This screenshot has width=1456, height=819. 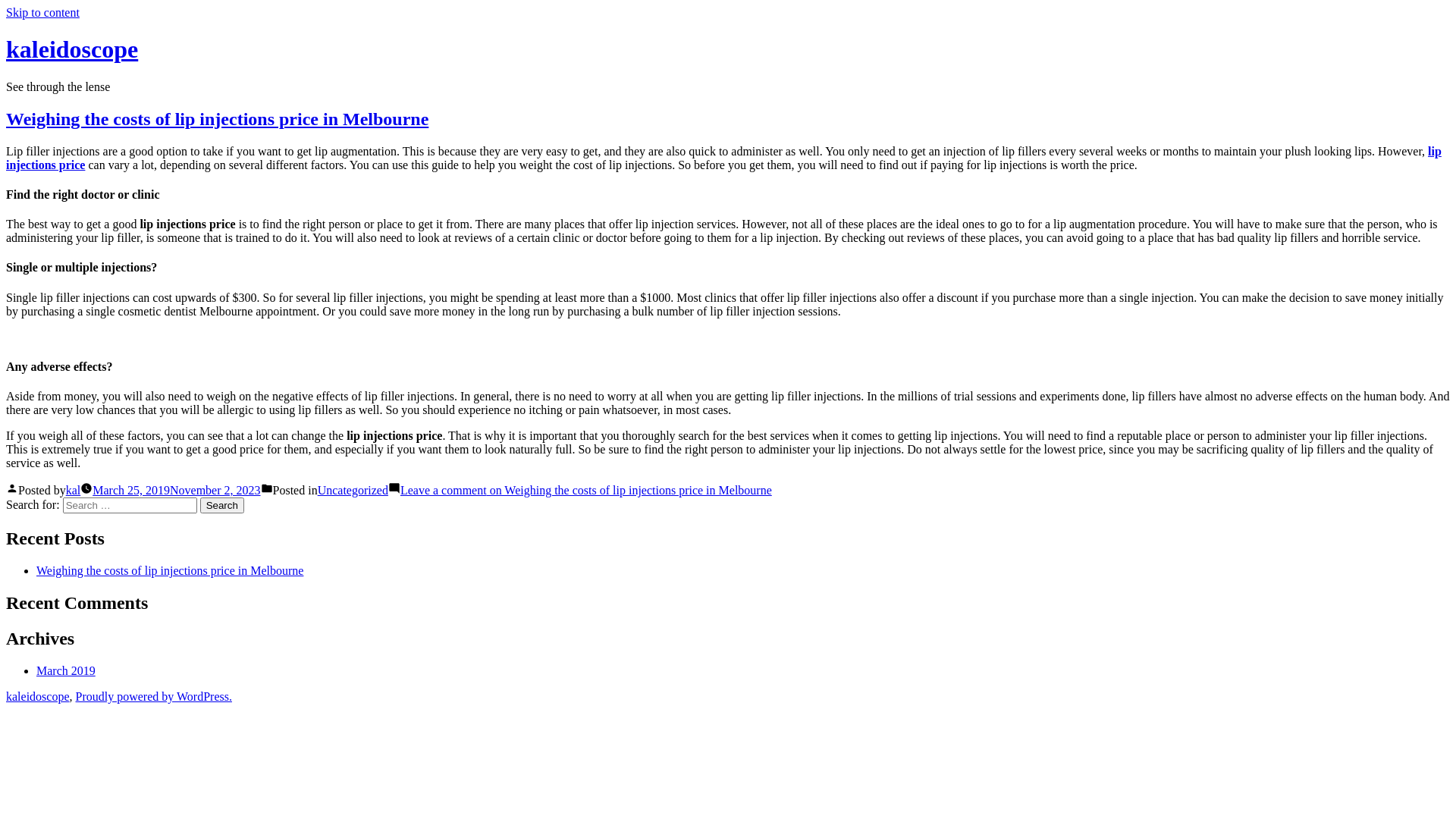 I want to click on 'March 2019', so click(x=64, y=670).